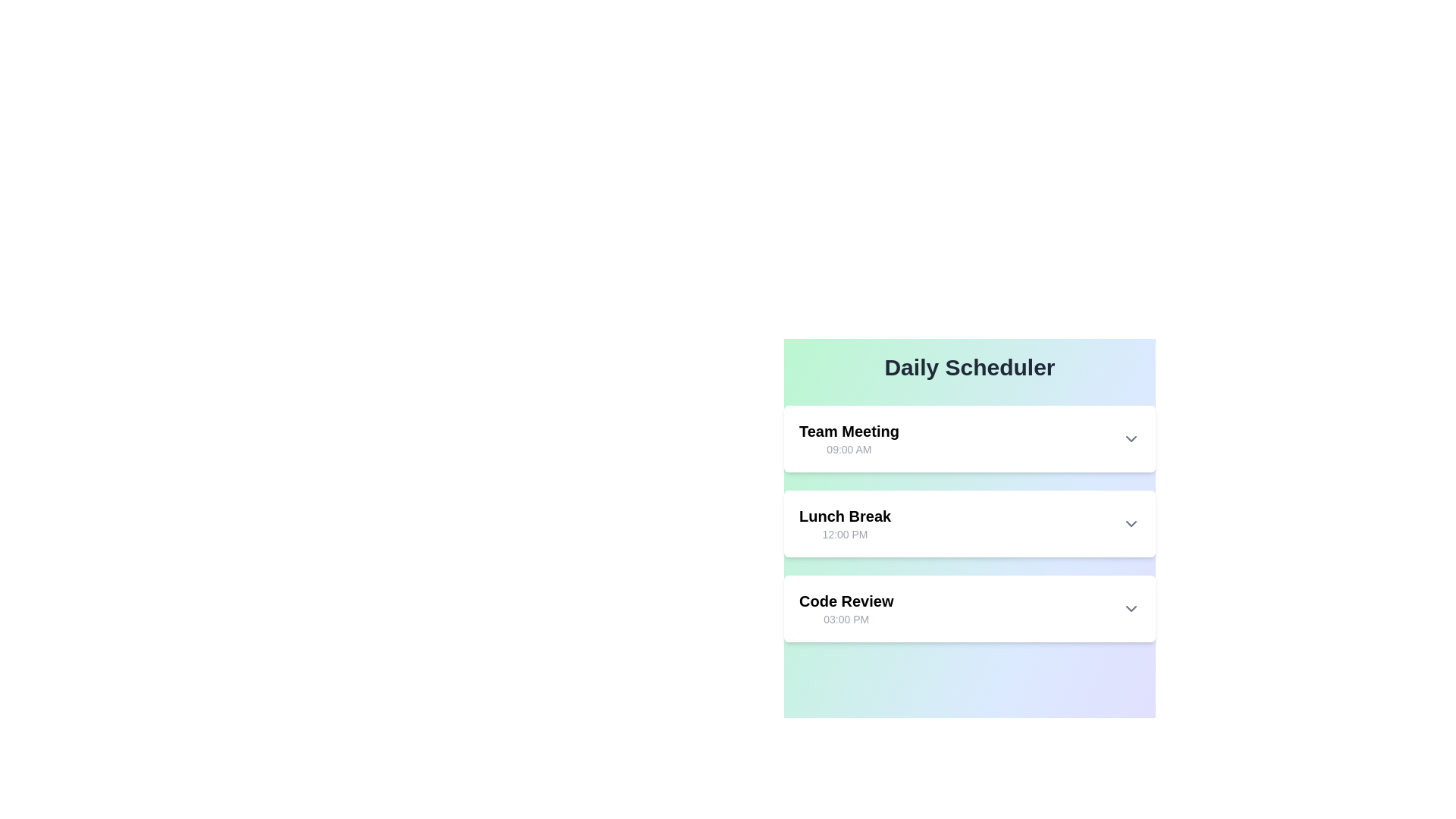 The image size is (1456, 819). Describe the element at coordinates (848, 431) in the screenshot. I see `the bold text label reading 'Team Meeting', which is prominently styled and positioned above the smaller text '09:00 AM' in the 'Daily Scheduler'` at that location.